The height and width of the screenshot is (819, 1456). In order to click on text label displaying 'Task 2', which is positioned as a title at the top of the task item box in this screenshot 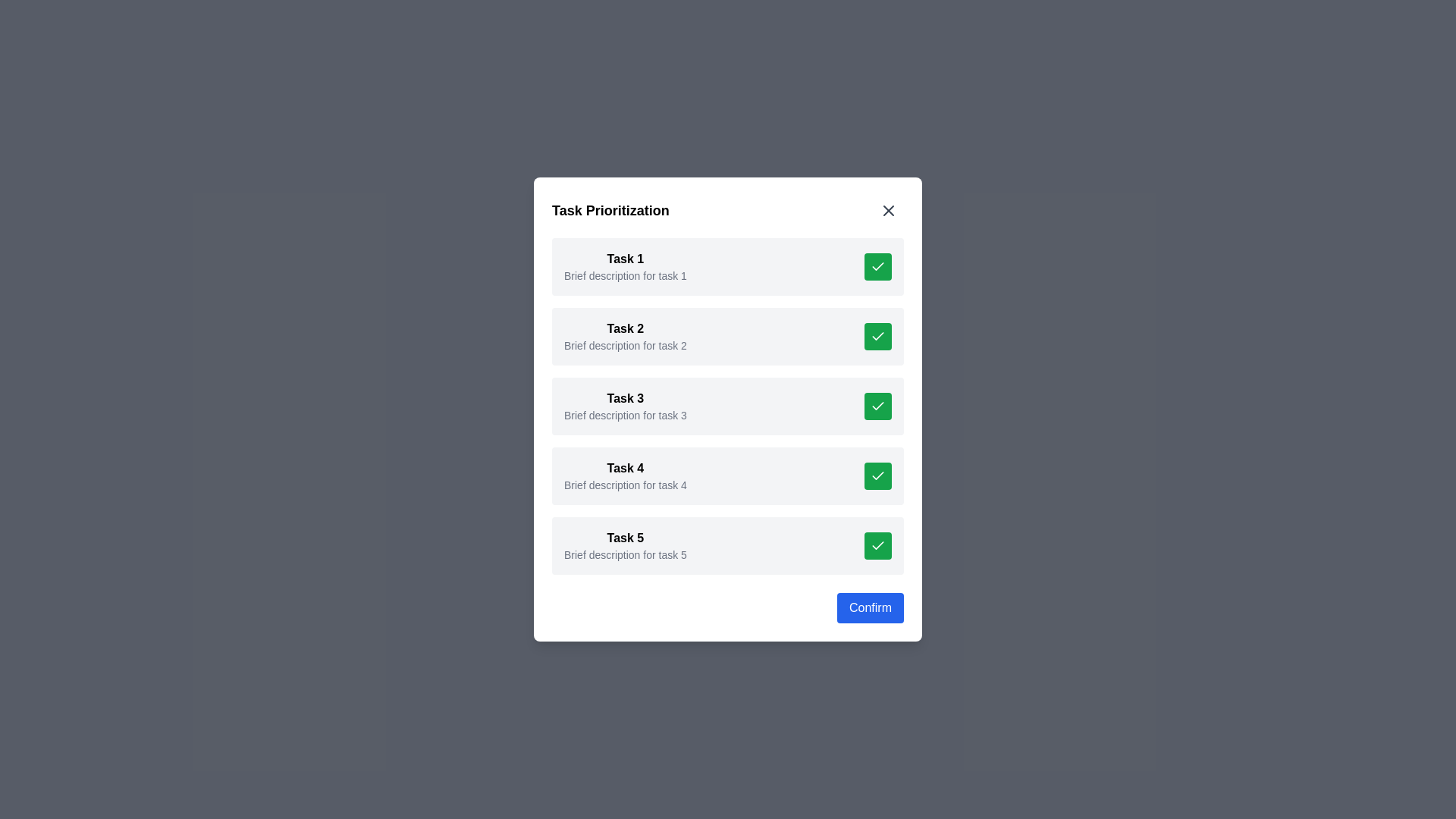, I will do `click(626, 328)`.